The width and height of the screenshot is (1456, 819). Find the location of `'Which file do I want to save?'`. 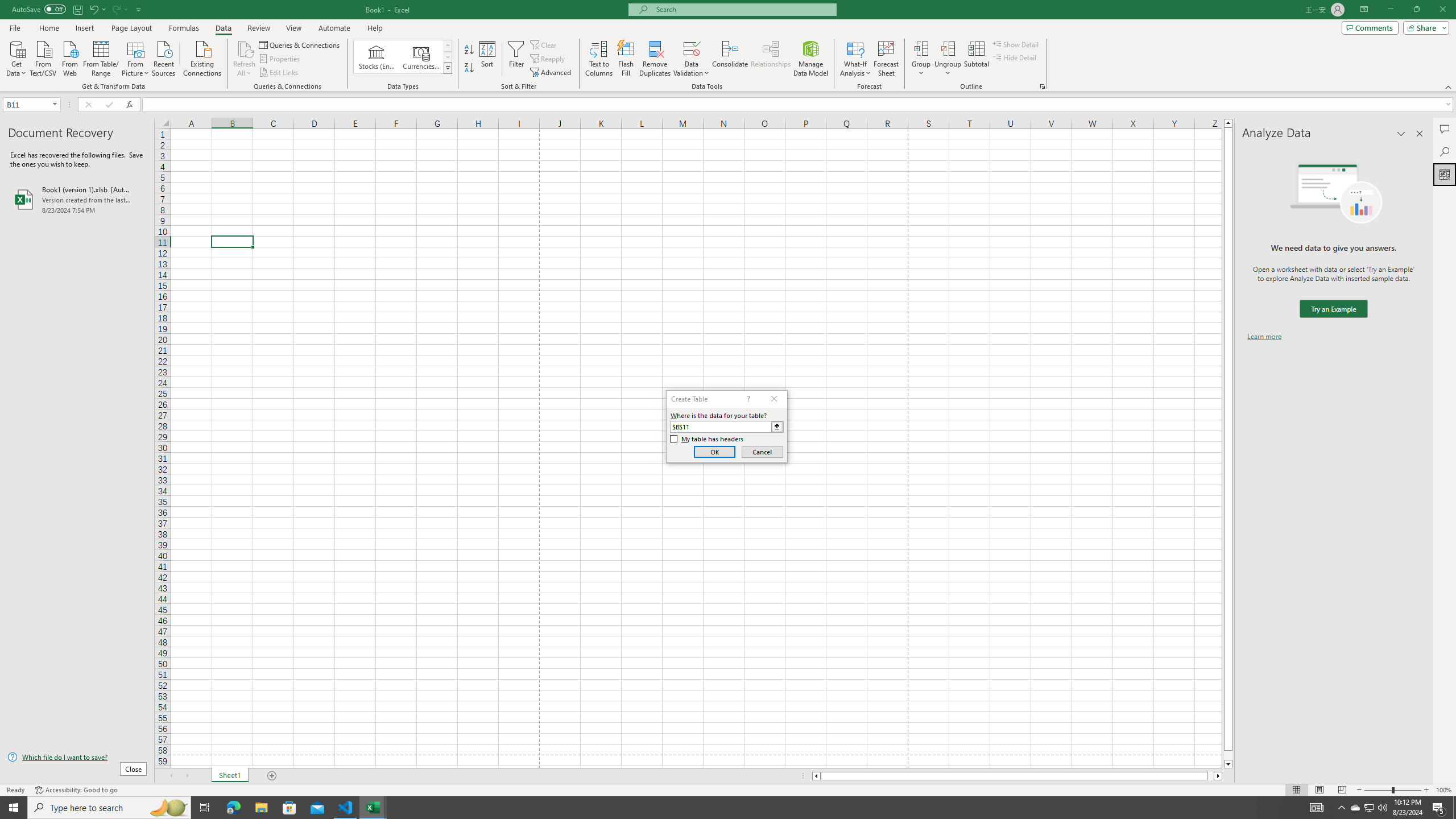

'Which file do I want to save?' is located at coordinates (76, 758).